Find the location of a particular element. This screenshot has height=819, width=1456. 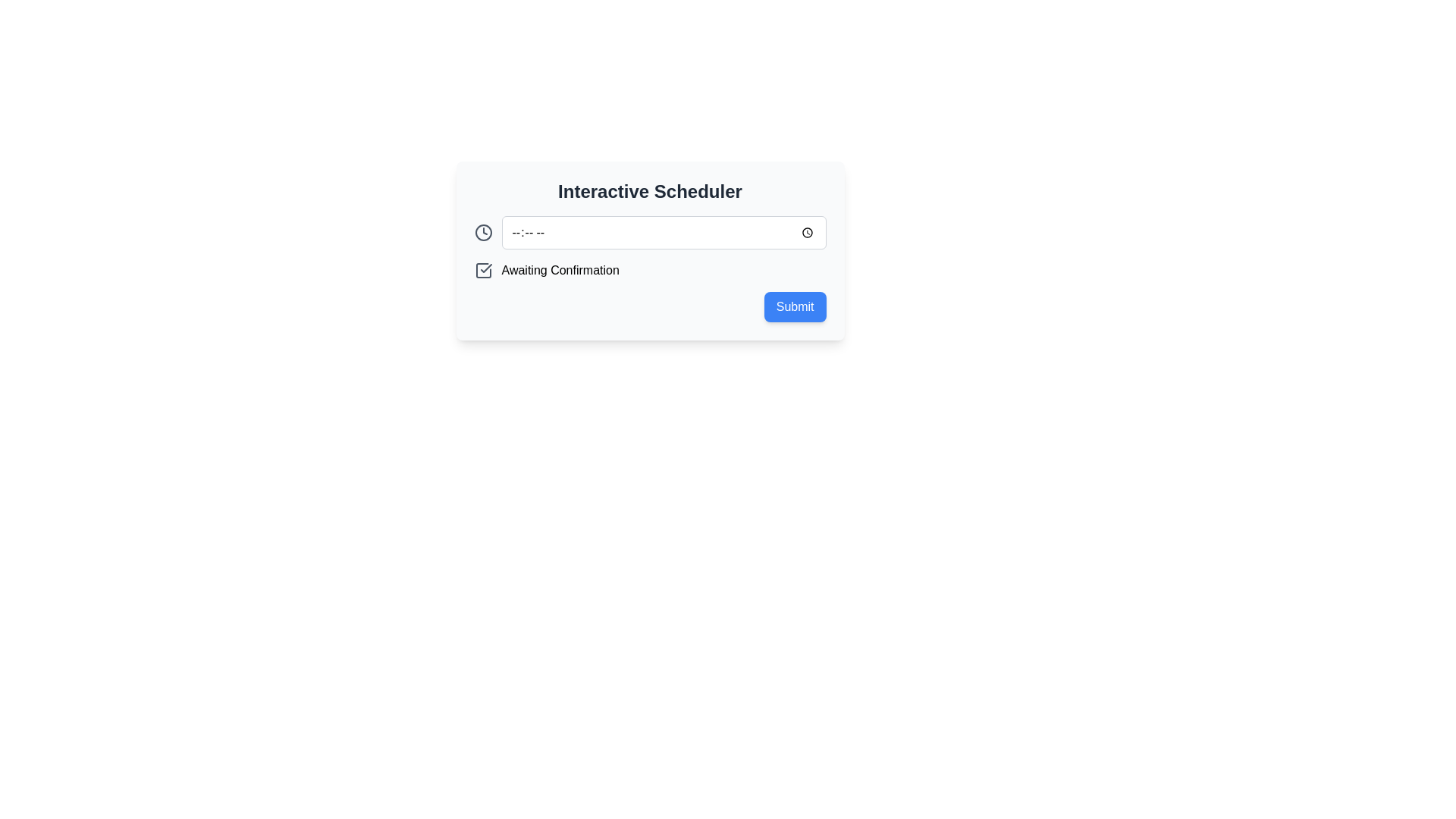

the SVG circle element that represents the clock face within the clock icon on the left side of the input field displaying '--:-- --' is located at coordinates (482, 233).